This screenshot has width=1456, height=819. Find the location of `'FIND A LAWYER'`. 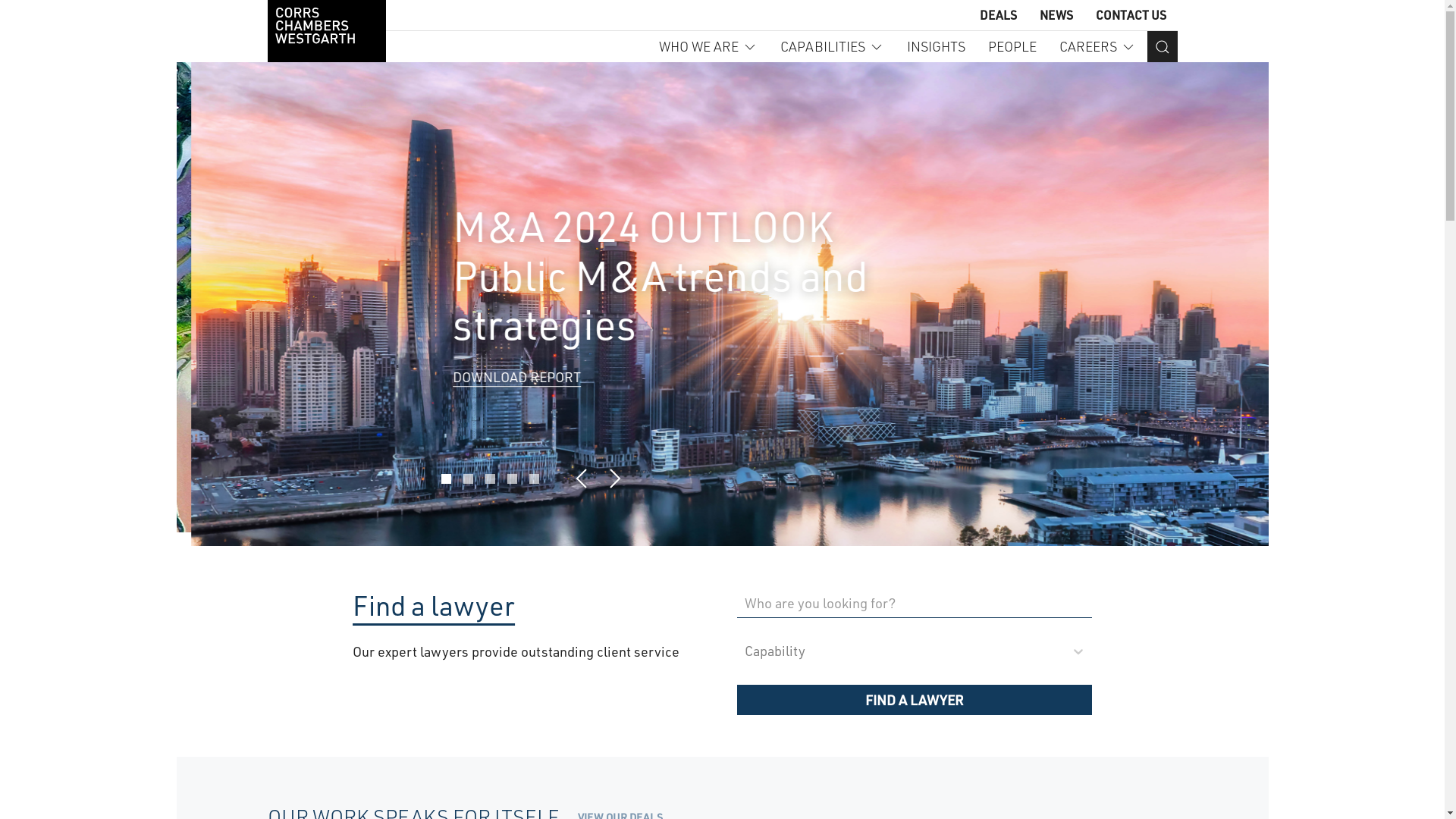

'FIND A LAWYER' is located at coordinates (736, 699).